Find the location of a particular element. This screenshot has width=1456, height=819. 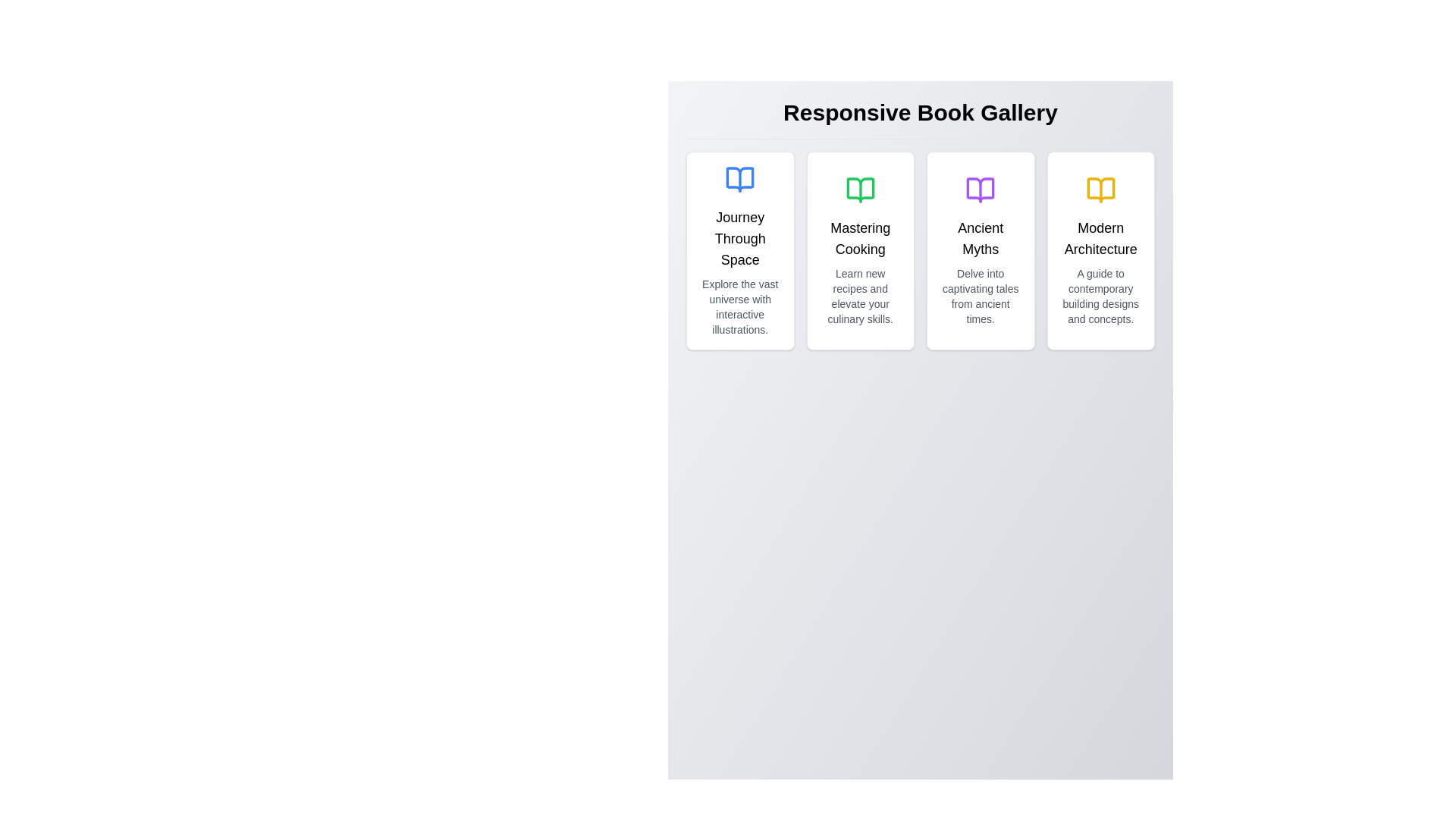

the subtitle text element that elaborates on the 'Journey Through Space' card, positioned beneath the title in the lower section of the card is located at coordinates (740, 307).